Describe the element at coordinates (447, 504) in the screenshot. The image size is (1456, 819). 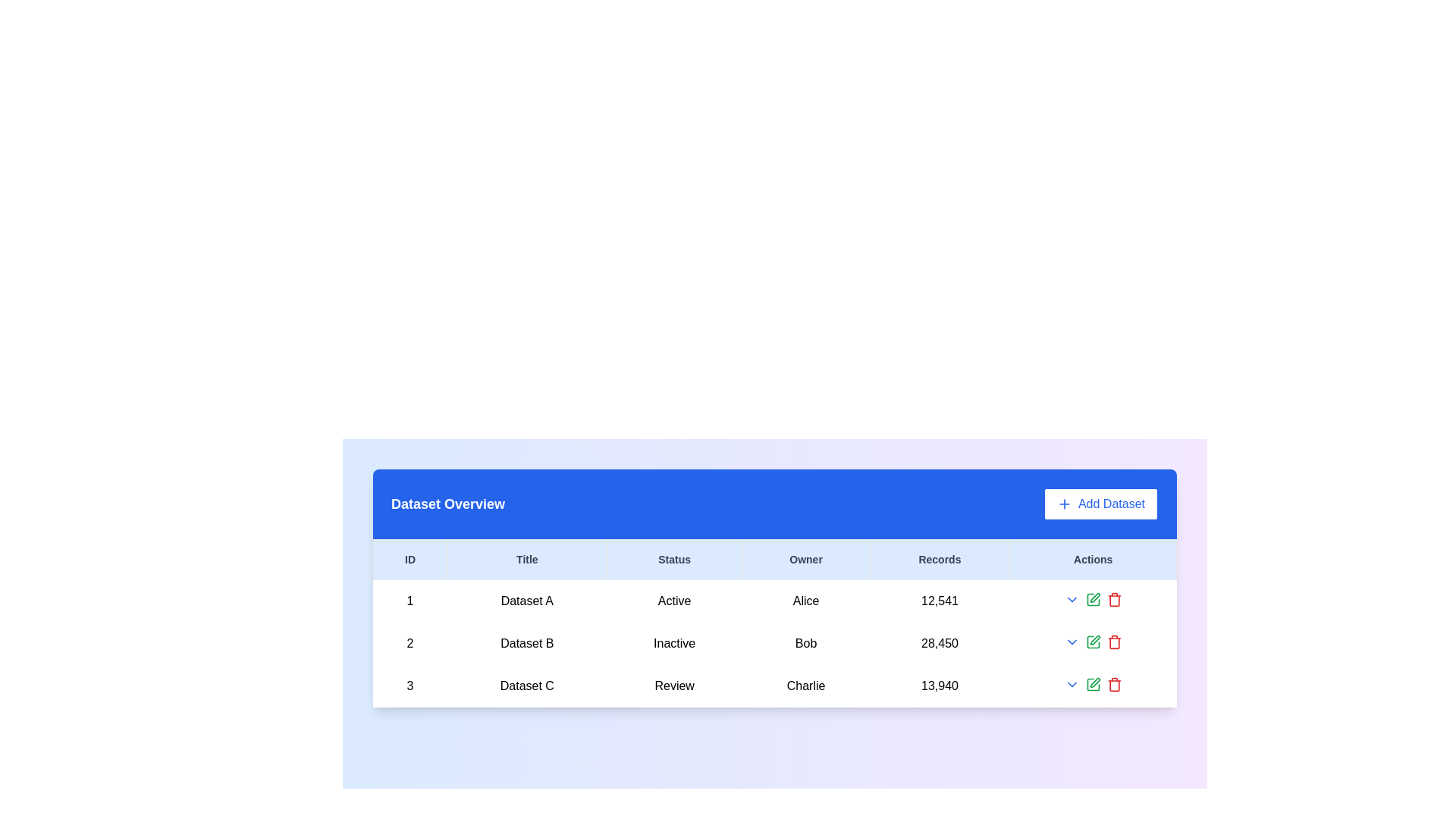
I see `the section title label that introduces the content related to datasets in the dataset management panel, located at the top-left corner of the header section` at that location.